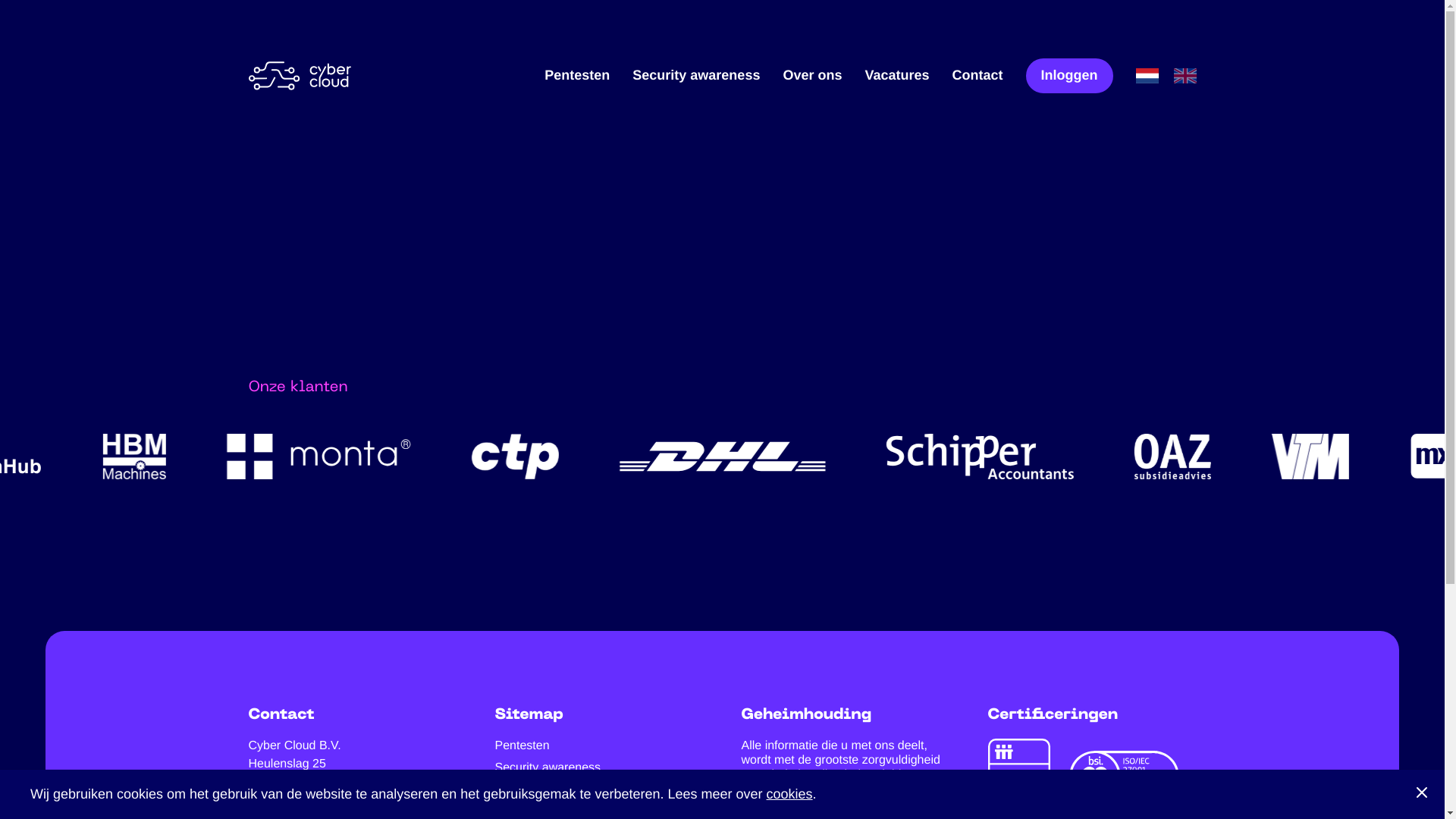  Describe the element at coordinates (1025, 75) in the screenshot. I see `'Inloggen'` at that location.